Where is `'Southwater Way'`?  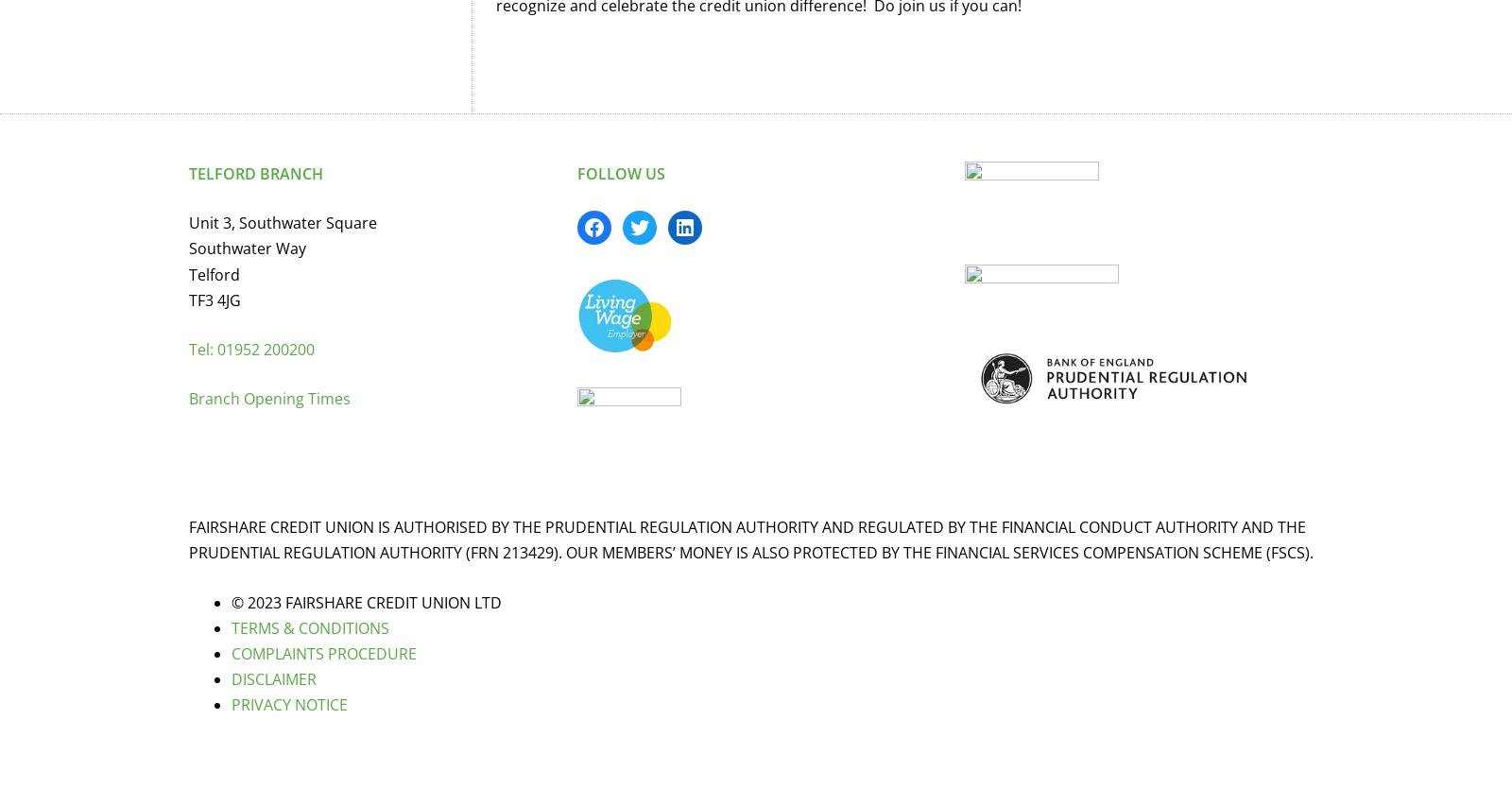 'Southwater Way' is located at coordinates (248, 247).